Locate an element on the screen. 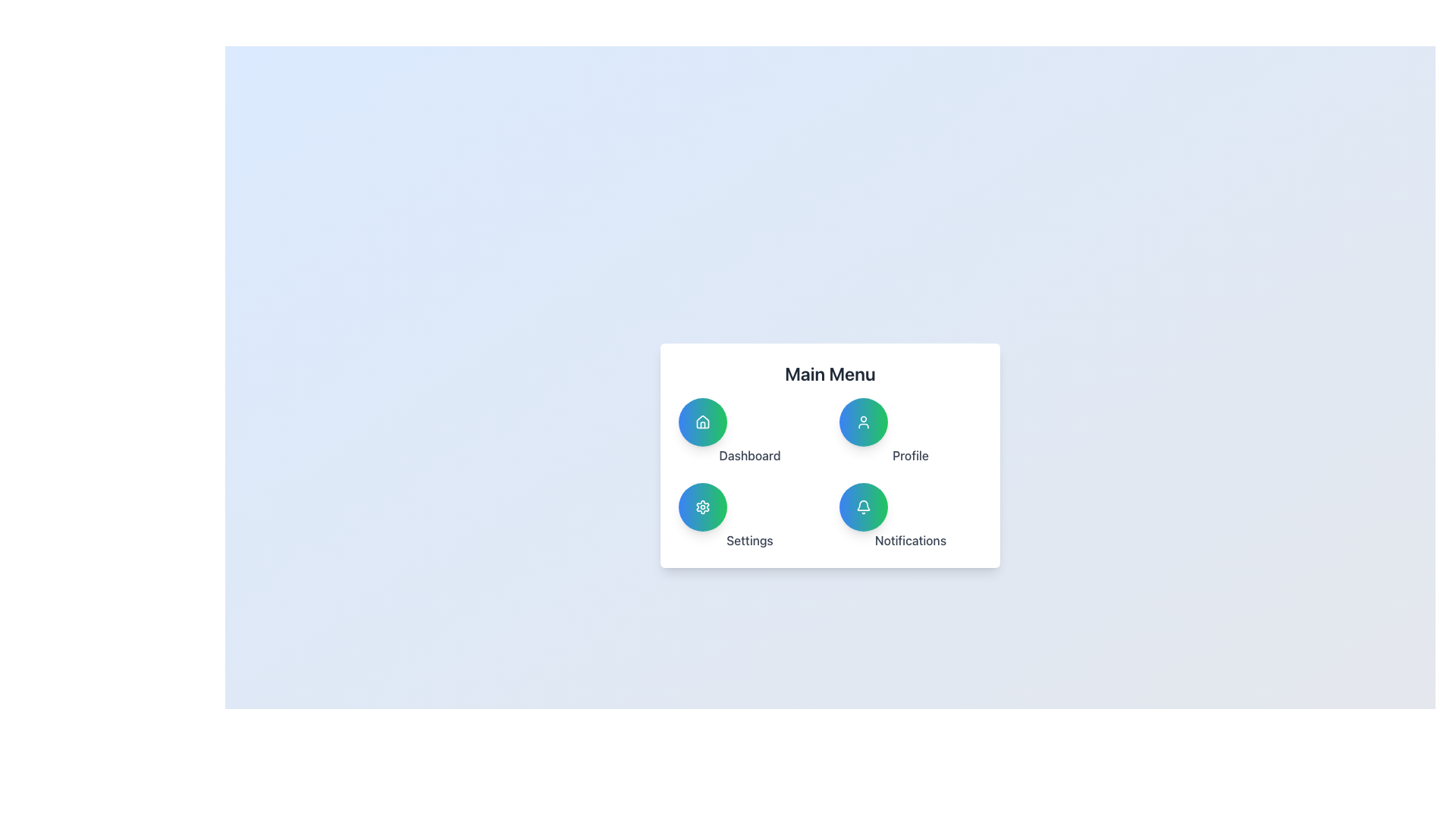 Image resolution: width=1456 pixels, height=819 pixels. the 'Dashboard' label element, which is styled in gray and positioned under the home icon in the quadrant-like menu is located at coordinates (749, 455).